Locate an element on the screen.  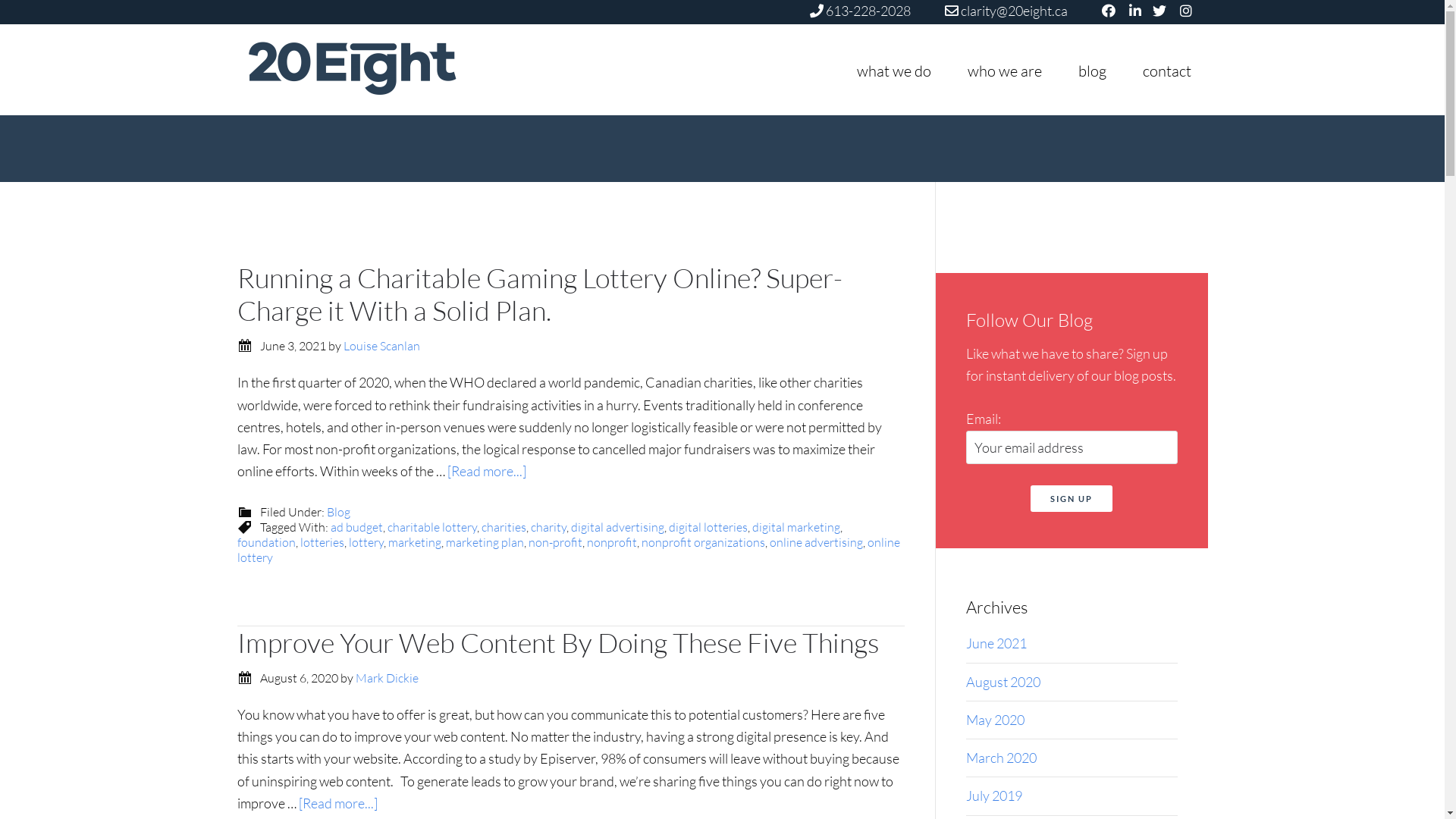
'Mark Dickie' is located at coordinates (386, 677).